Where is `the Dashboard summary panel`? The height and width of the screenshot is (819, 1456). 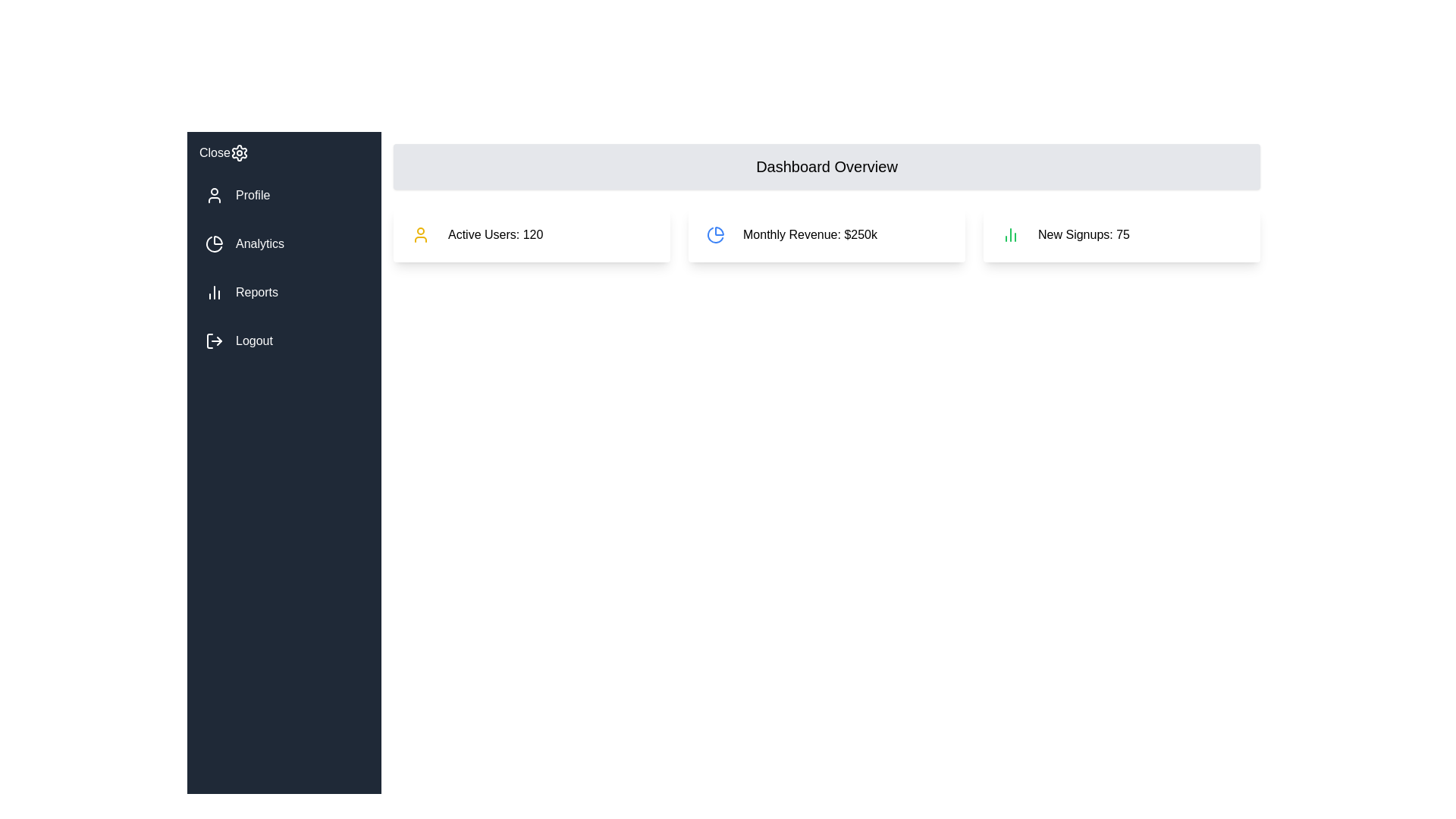
the Dashboard summary panel is located at coordinates (826, 234).